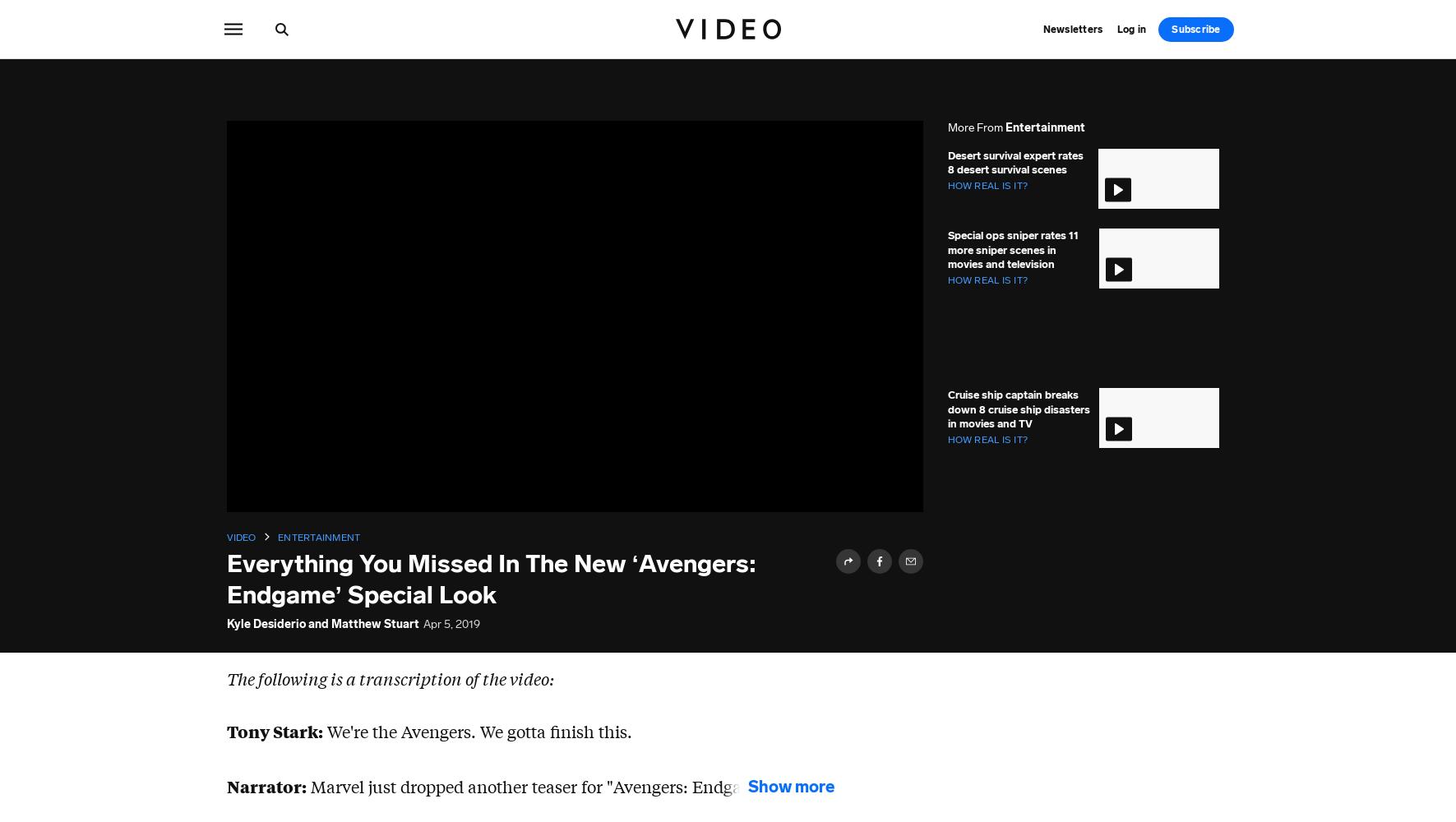 The height and width of the screenshot is (822, 1456). What do you see at coordinates (389, 677) in the screenshot?
I see `'The following is a transcription of the video:'` at bounding box center [389, 677].